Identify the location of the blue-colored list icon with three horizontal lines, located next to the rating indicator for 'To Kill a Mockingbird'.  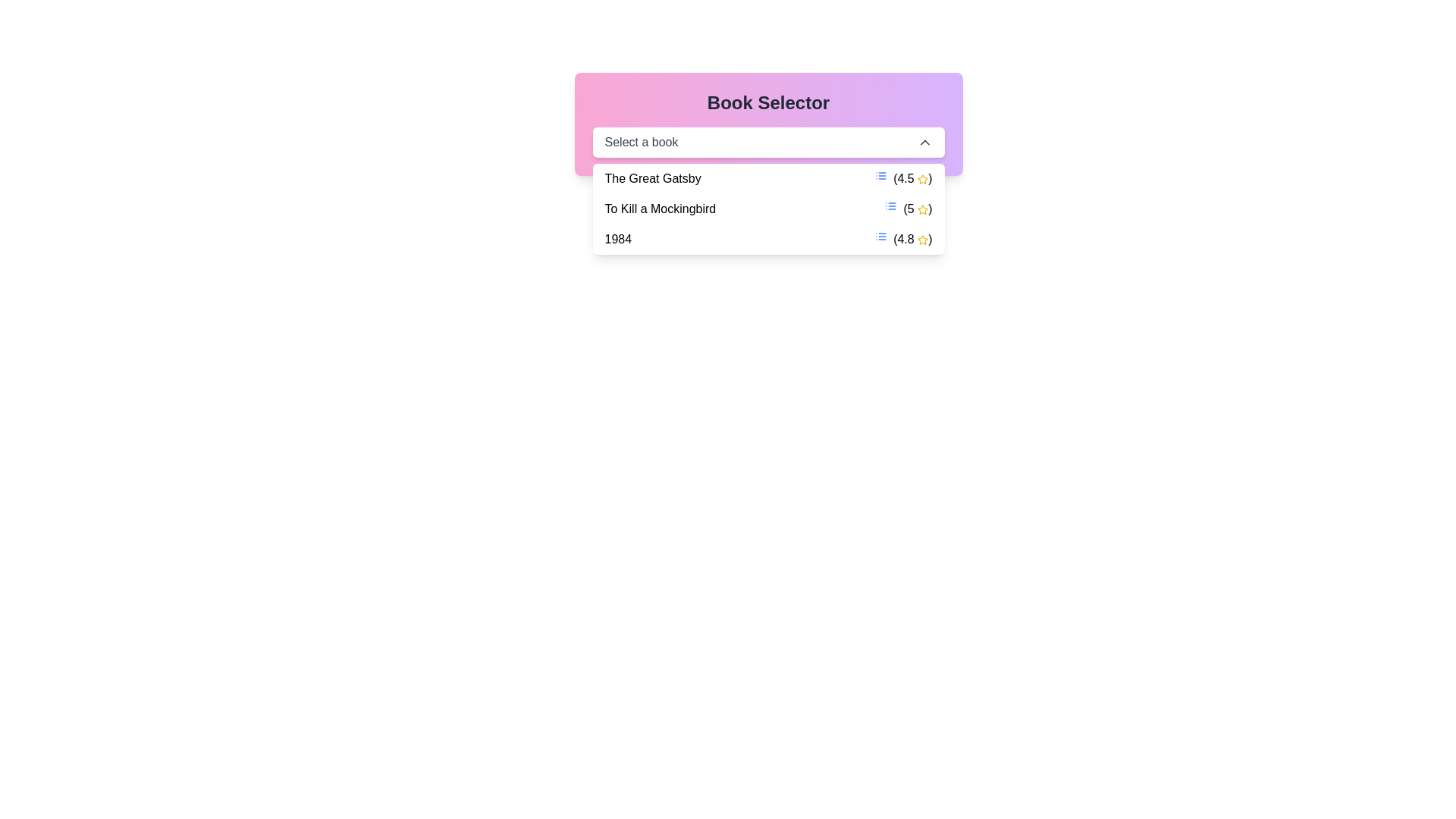
(891, 206).